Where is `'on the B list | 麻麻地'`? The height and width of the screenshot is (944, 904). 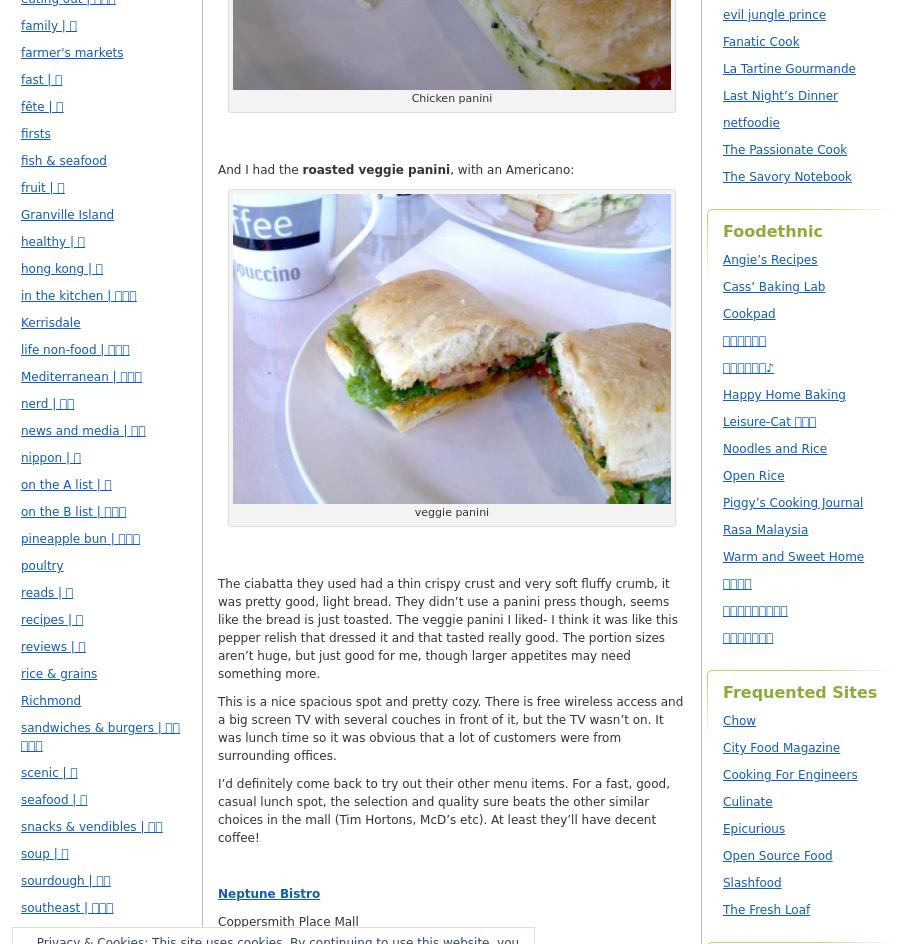
'on the B list | 麻麻地' is located at coordinates (73, 512).